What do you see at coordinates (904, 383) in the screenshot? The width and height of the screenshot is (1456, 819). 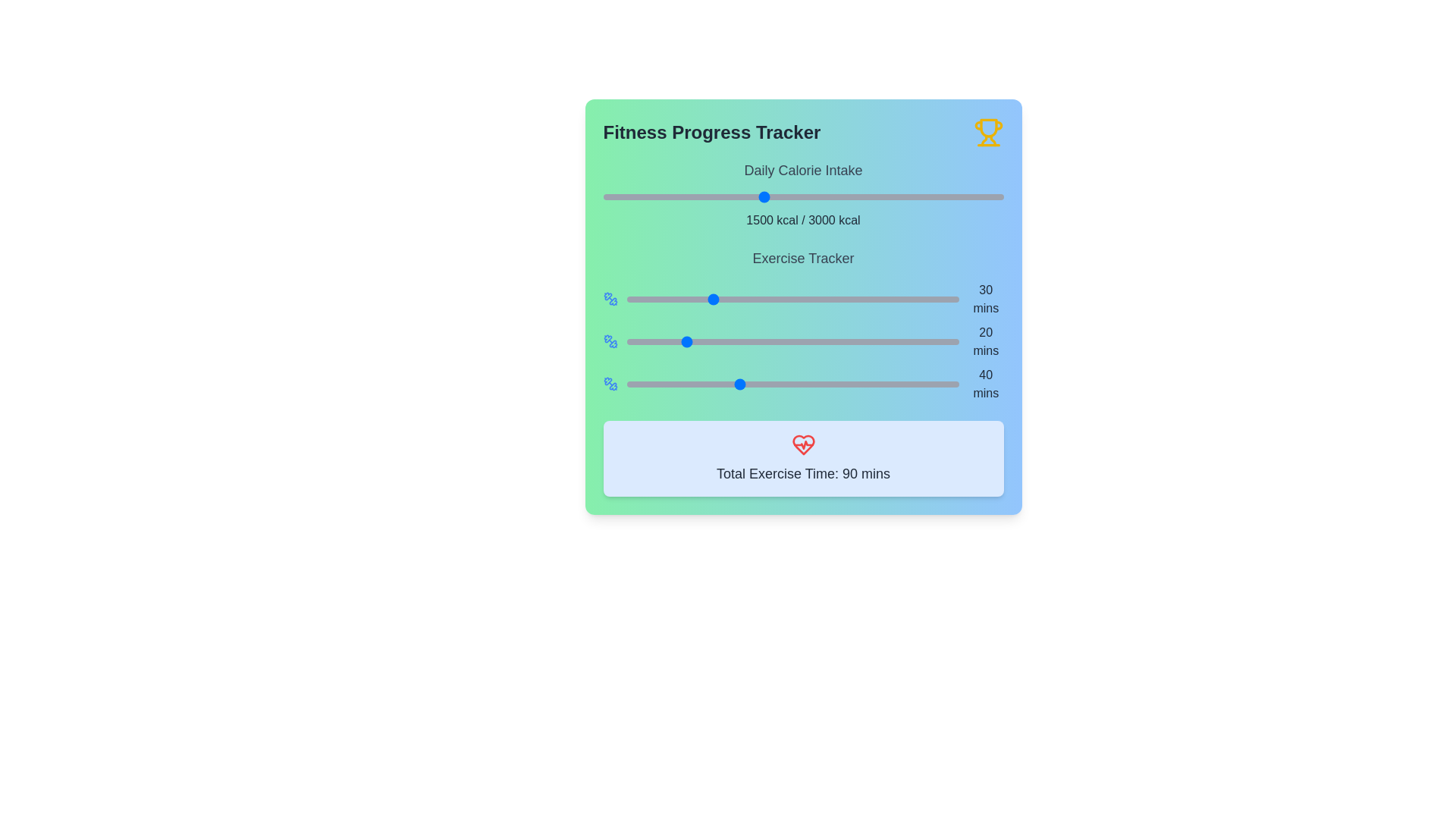 I see `the exercise time` at bounding box center [904, 383].